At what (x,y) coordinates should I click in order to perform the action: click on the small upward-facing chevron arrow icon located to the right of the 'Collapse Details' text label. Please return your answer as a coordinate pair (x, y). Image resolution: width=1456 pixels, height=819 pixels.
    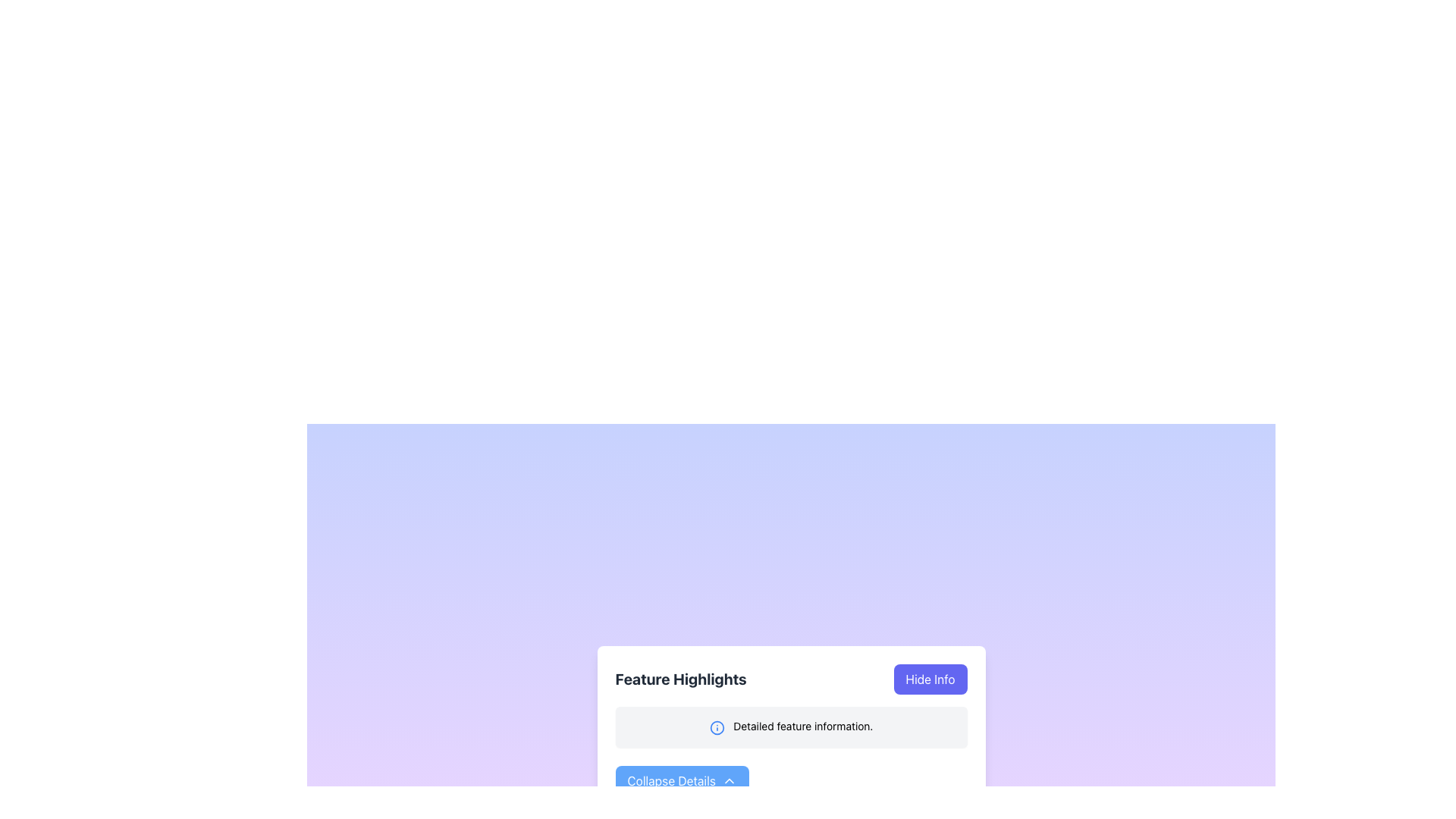
    Looking at the image, I should click on (729, 780).